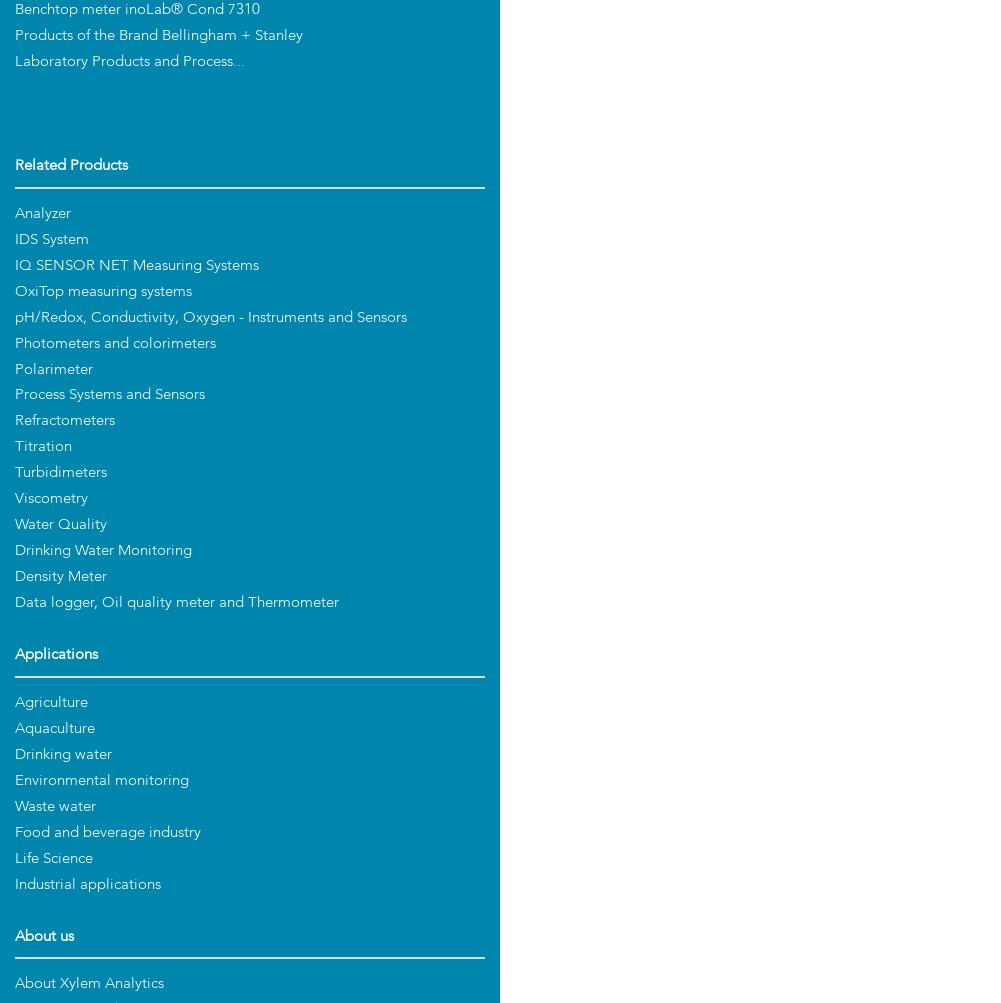 Image resolution: width=1001 pixels, height=1003 pixels. What do you see at coordinates (51, 239) in the screenshot?
I see `'IDS System'` at bounding box center [51, 239].